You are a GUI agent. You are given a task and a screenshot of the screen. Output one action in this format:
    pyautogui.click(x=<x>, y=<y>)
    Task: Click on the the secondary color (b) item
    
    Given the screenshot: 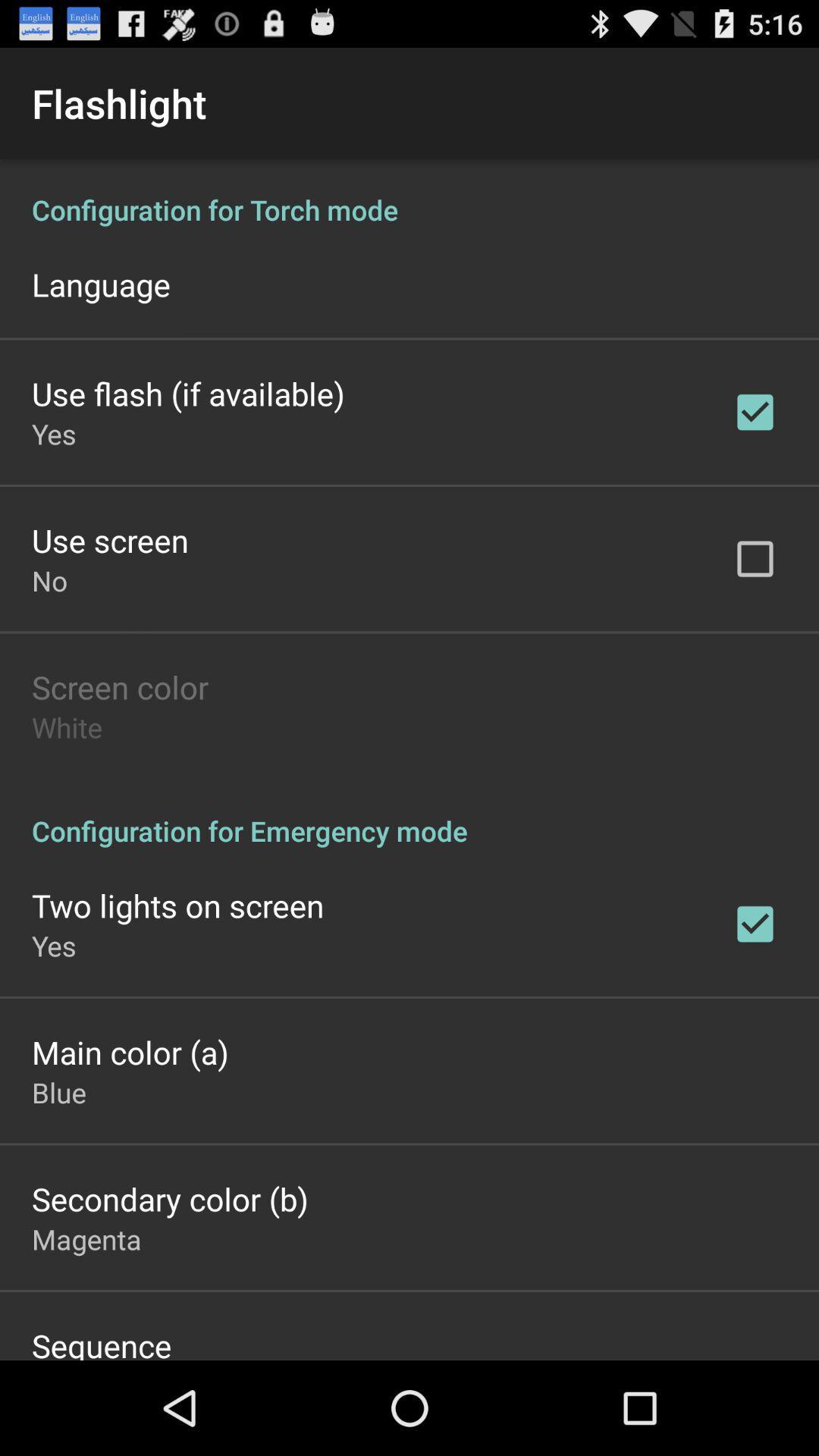 What is the action you would take?
    pyautogui.click(x=170, y=1197)
    